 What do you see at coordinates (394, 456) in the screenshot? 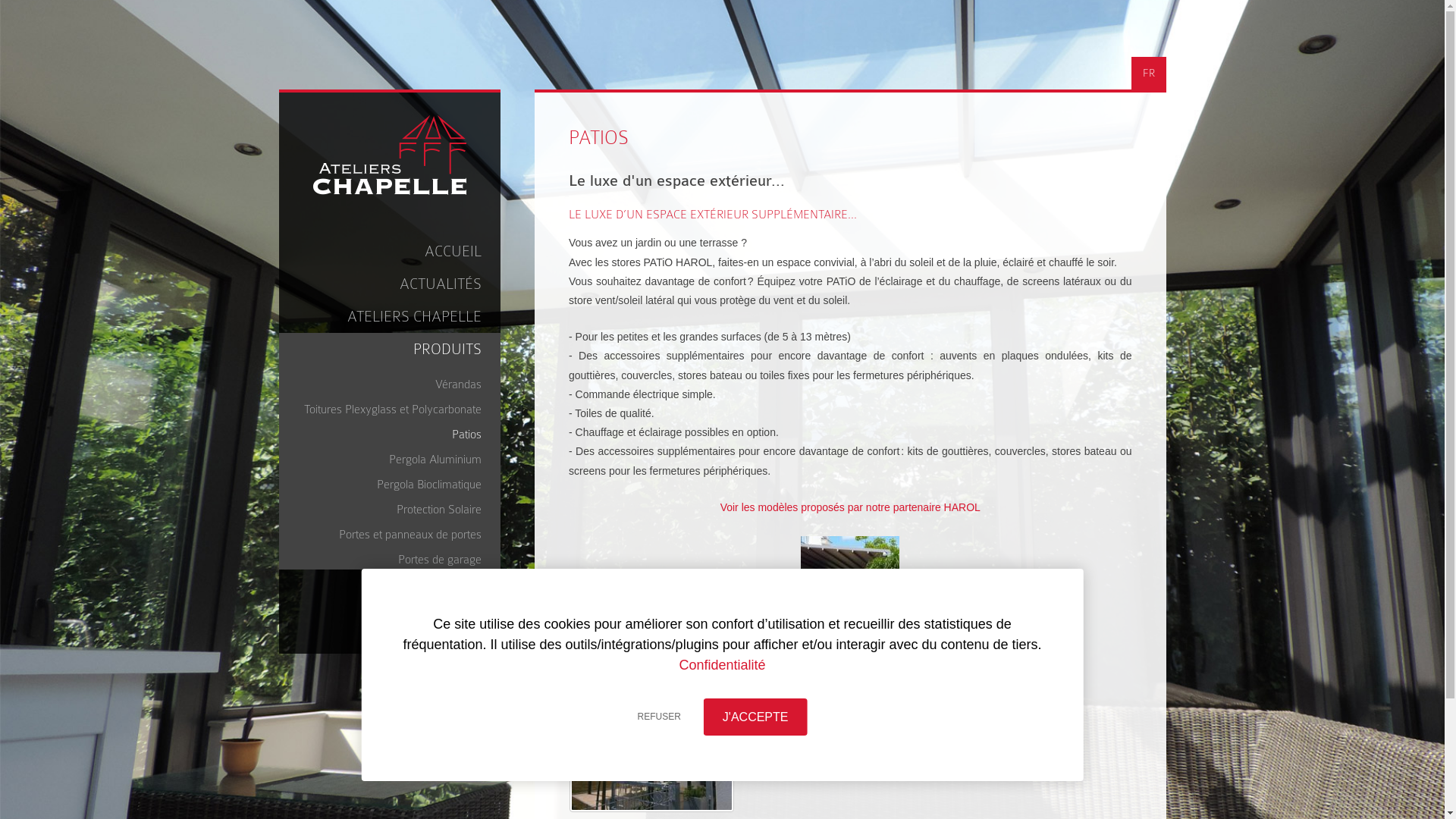
I see `'Pergola Aluminium'` at bounding box center [394, 456].